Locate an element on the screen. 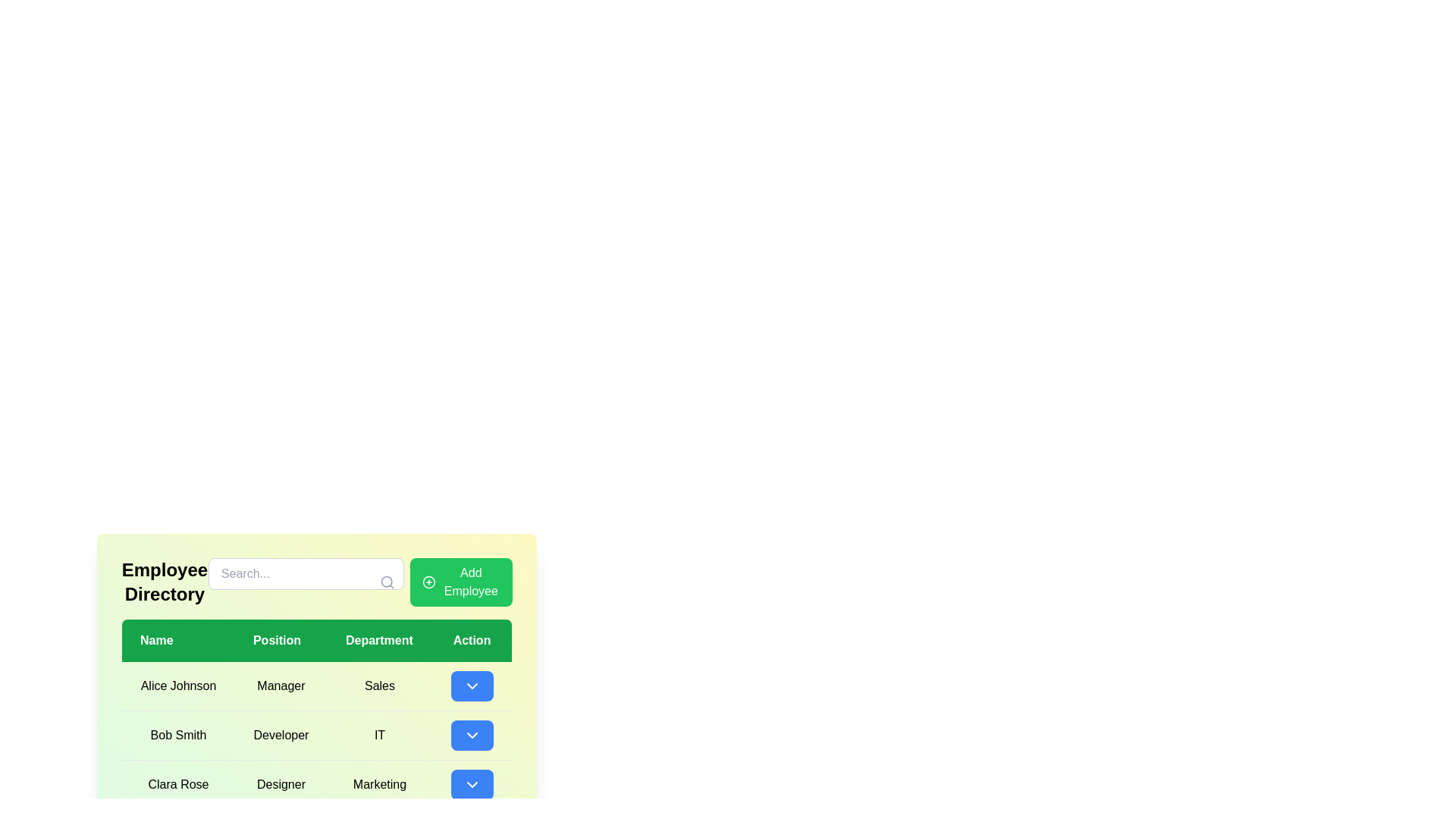 This screenshot has height=819, width=1456. the dropdown trigger button with a blue background and a downward pointing chevron icon centered within it is located at coordinates (471, 686).